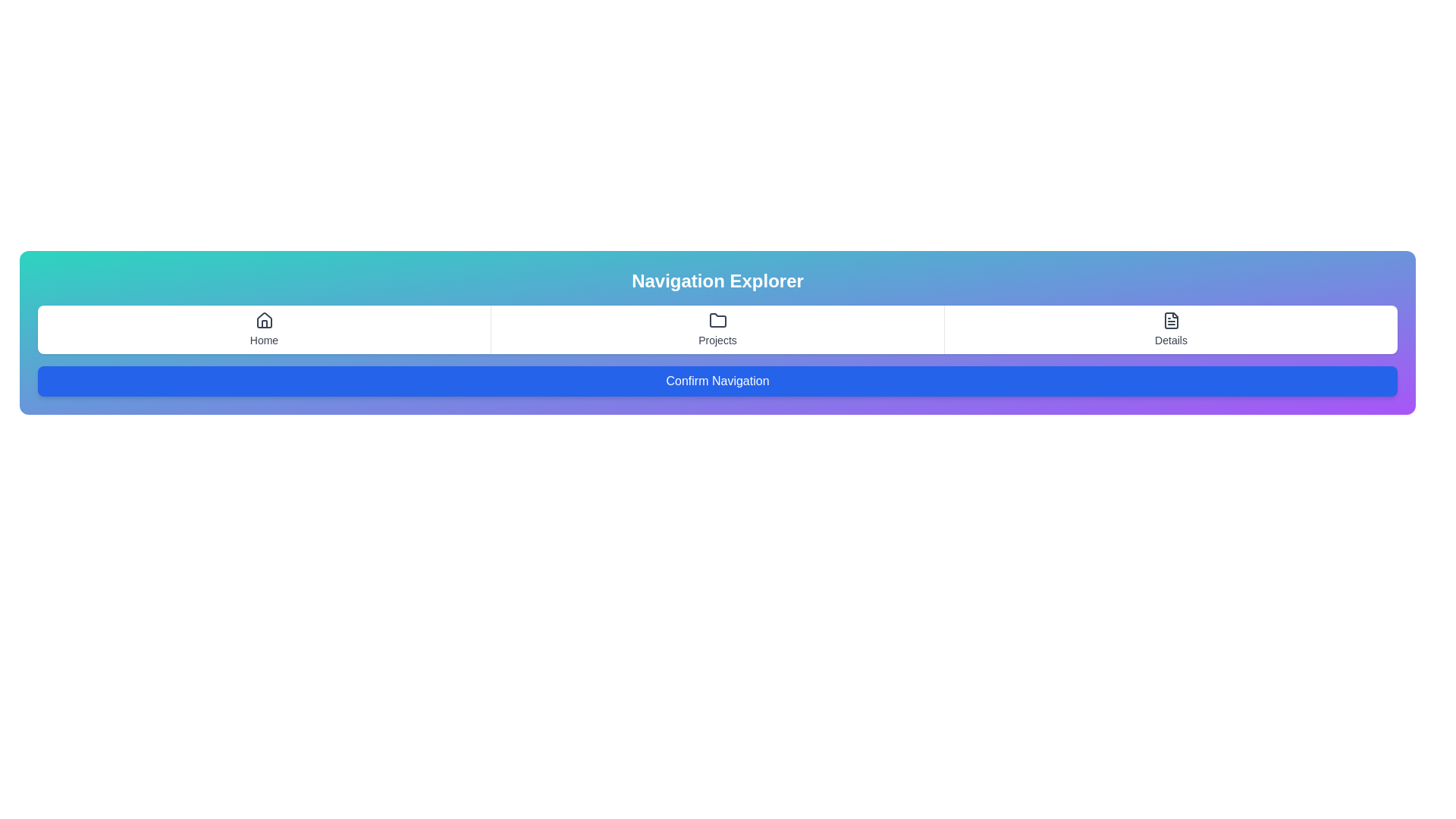 The height and width of the screenshot is (819, 1456). Describe the element at coordinates (264, 323) in the screenshot. I see `the door detail of the house icon, which is centrally aligned below the roof section` at that location.